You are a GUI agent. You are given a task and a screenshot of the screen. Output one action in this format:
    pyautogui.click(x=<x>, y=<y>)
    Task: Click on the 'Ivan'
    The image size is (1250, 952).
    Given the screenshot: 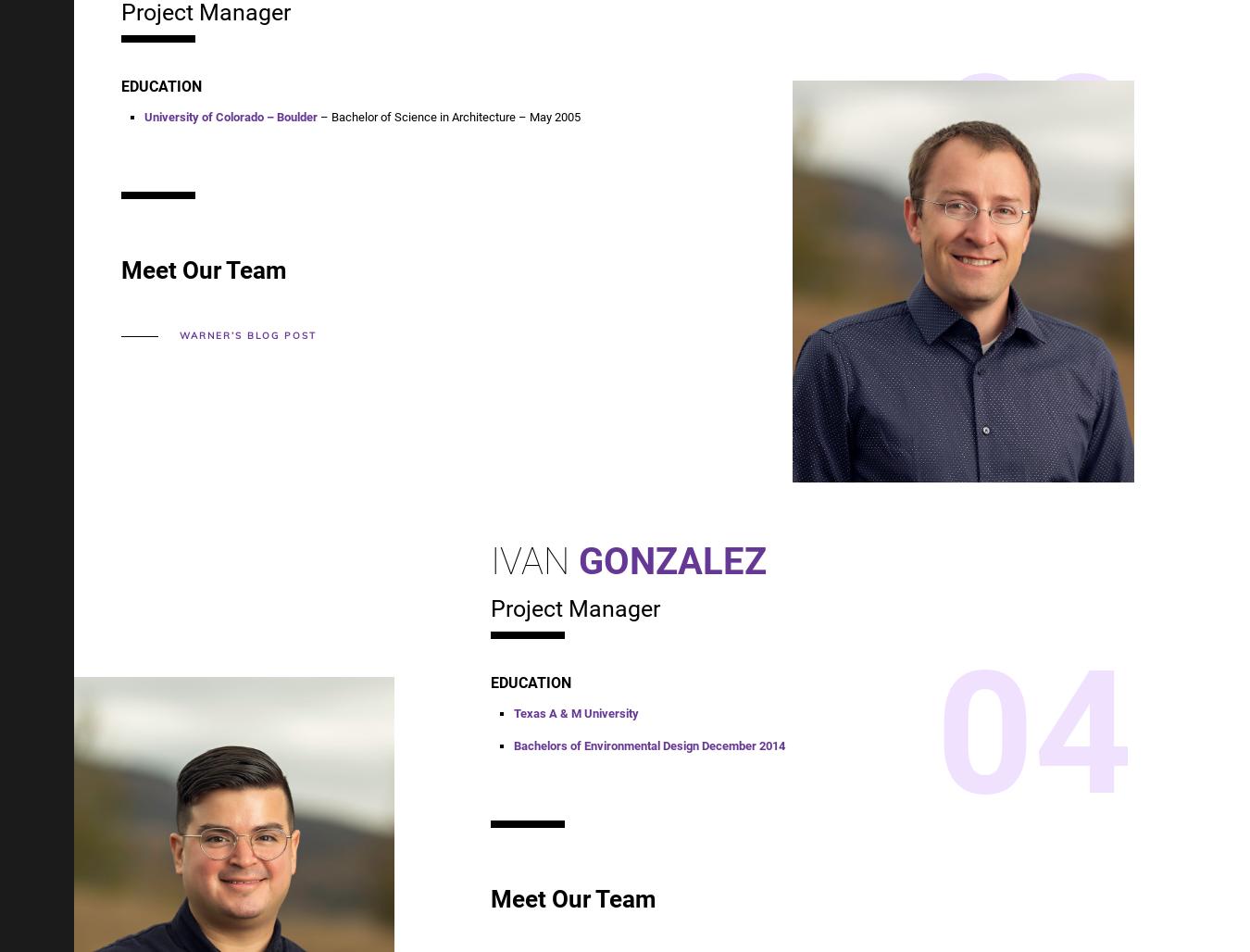 What is the action you would take?
    pyautogui.click(x=490, y=560)
    